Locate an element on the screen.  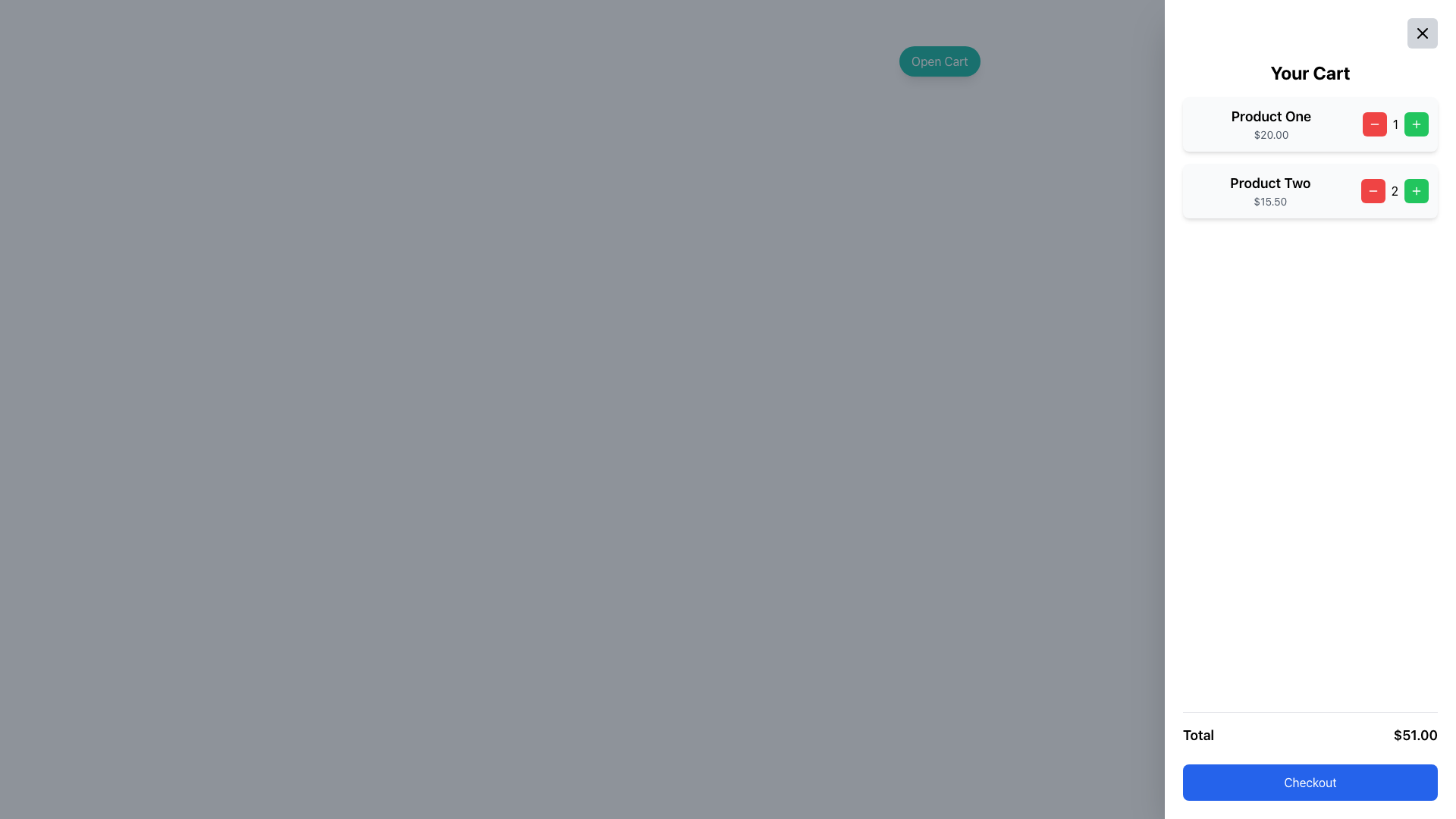
the diagonal line of the SVG icon representing the 'X' shape in the top-right section of the modal overlay is located at coordinates (1422, 33).